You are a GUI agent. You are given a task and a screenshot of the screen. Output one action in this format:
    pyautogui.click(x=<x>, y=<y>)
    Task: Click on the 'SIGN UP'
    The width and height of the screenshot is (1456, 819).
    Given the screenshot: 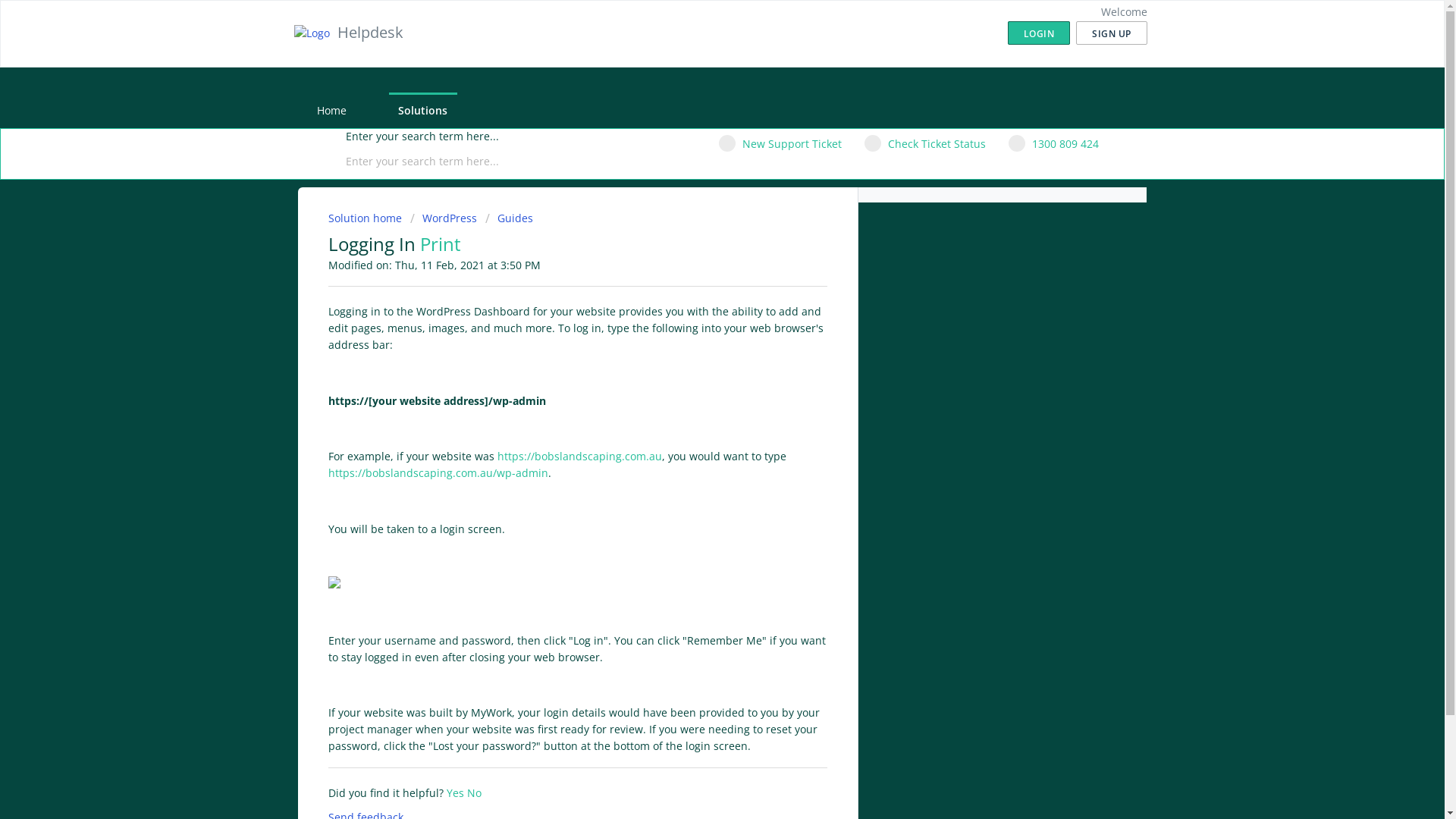 What is the action you would take?
    pyautogui.click(x=1111, y=33)
    